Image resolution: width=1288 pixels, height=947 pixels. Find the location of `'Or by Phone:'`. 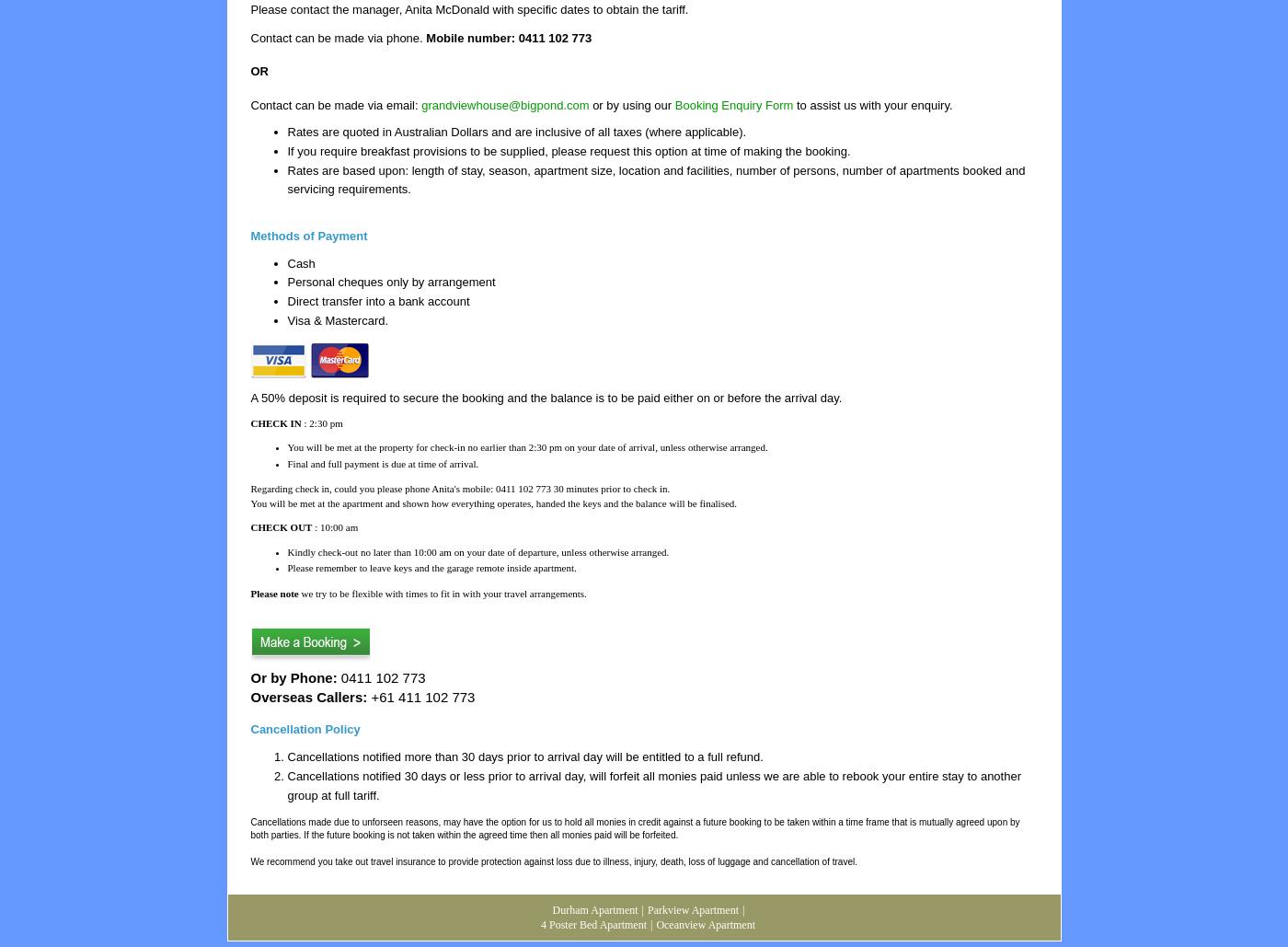

'Or by Phone:' is located at coordinates (250, 677).